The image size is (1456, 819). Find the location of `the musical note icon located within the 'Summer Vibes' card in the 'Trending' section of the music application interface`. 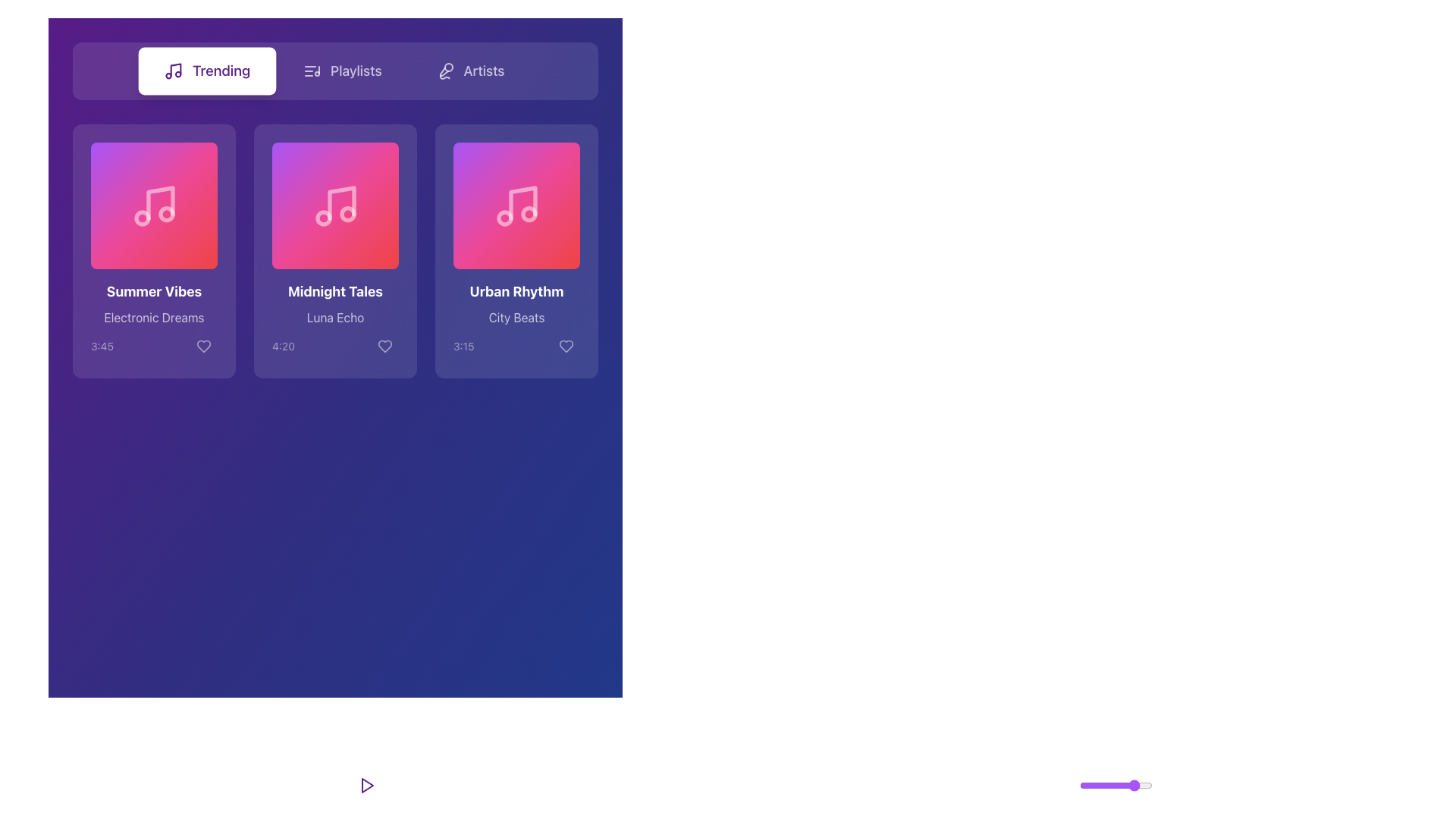

the musical note icon located within the 'Summer Vibes' card in the 'Trending' section of the music application interface is located at coordinates (160, 202).